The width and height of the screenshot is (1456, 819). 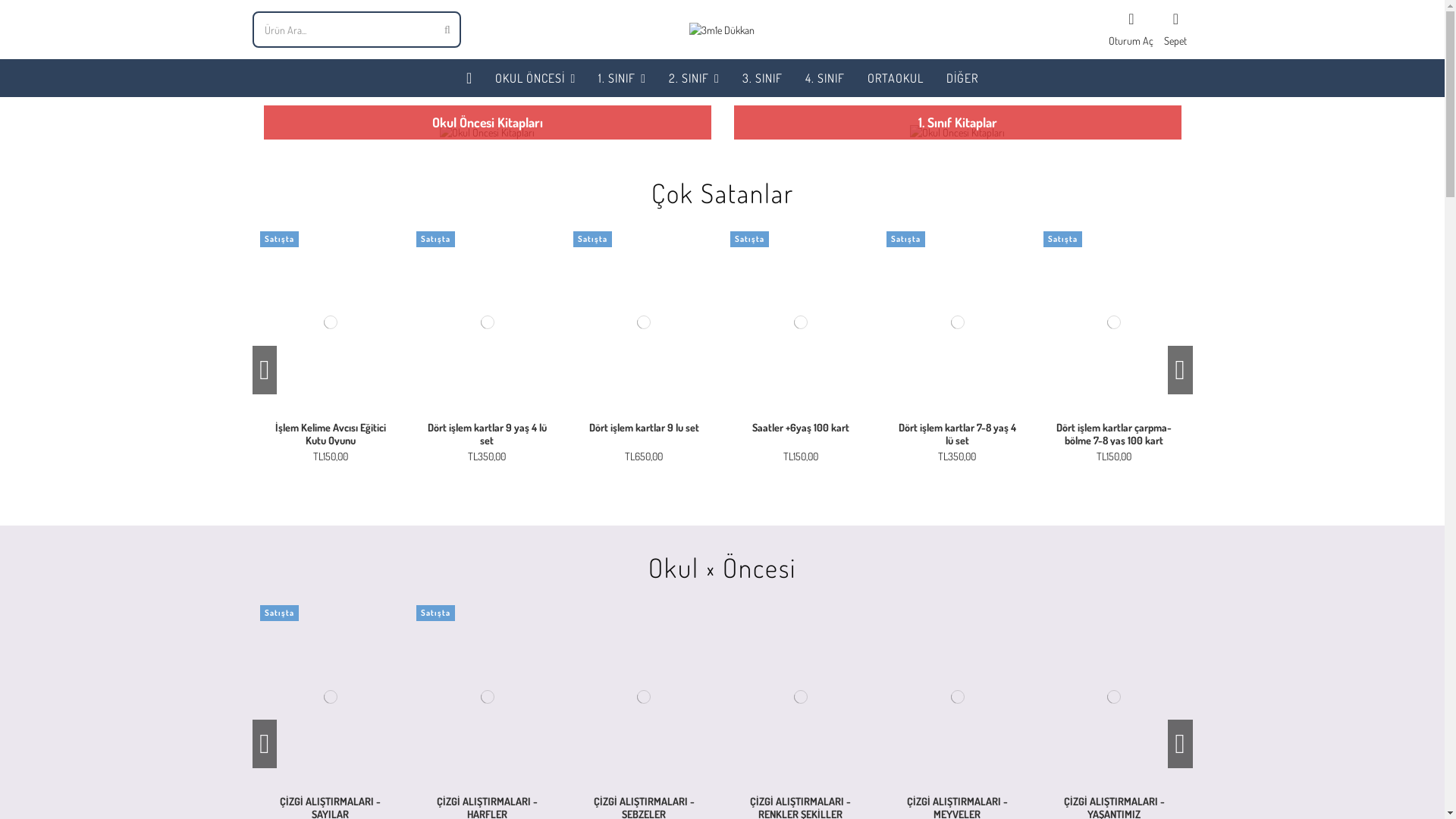 I want to click on 'Sepet', so click(x=1175, y=29).